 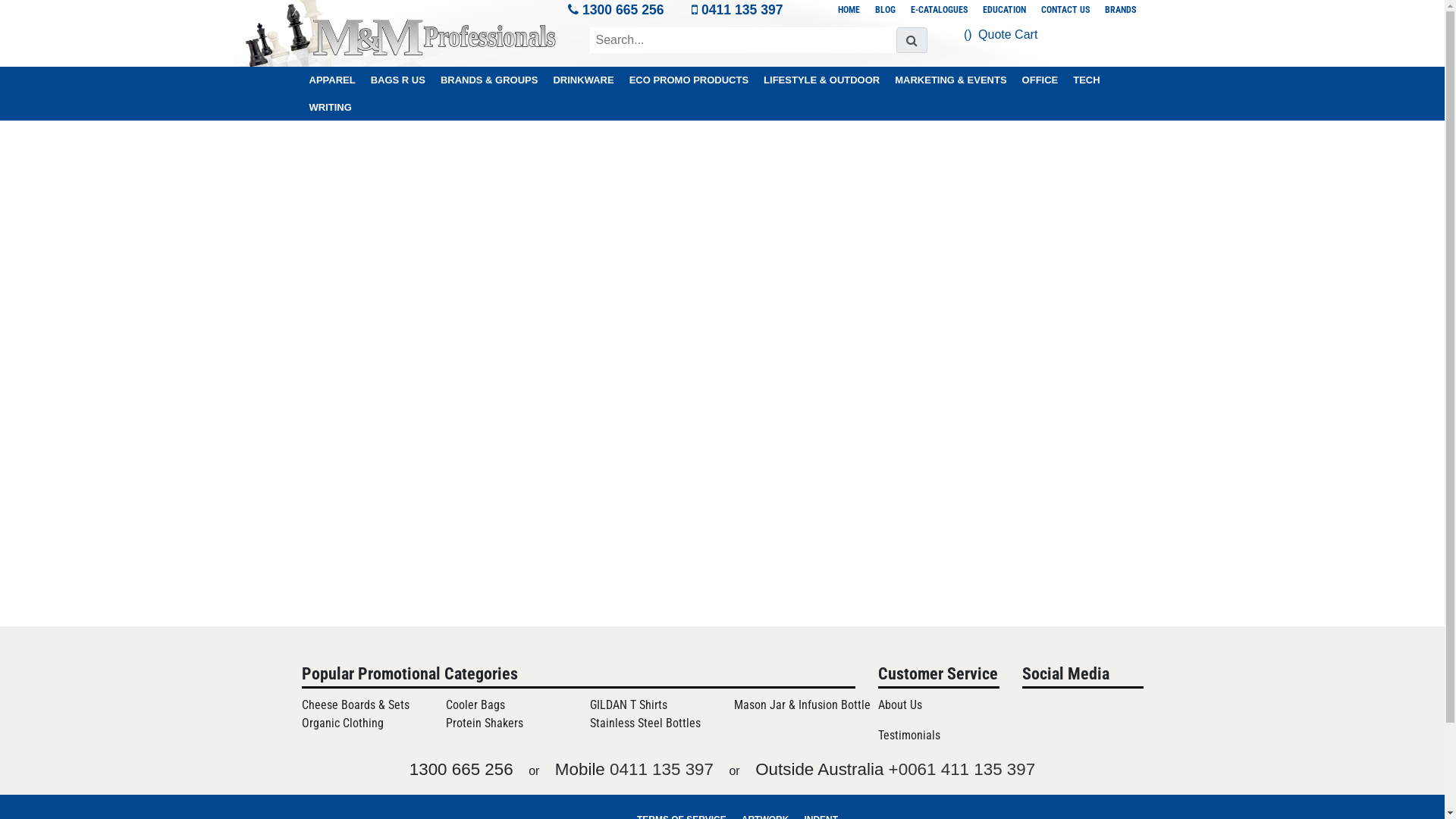 What do you see at coordinates (362, 80) in the screenshot?
I see `'BAGS R US'` at bounding box center [362, 80].